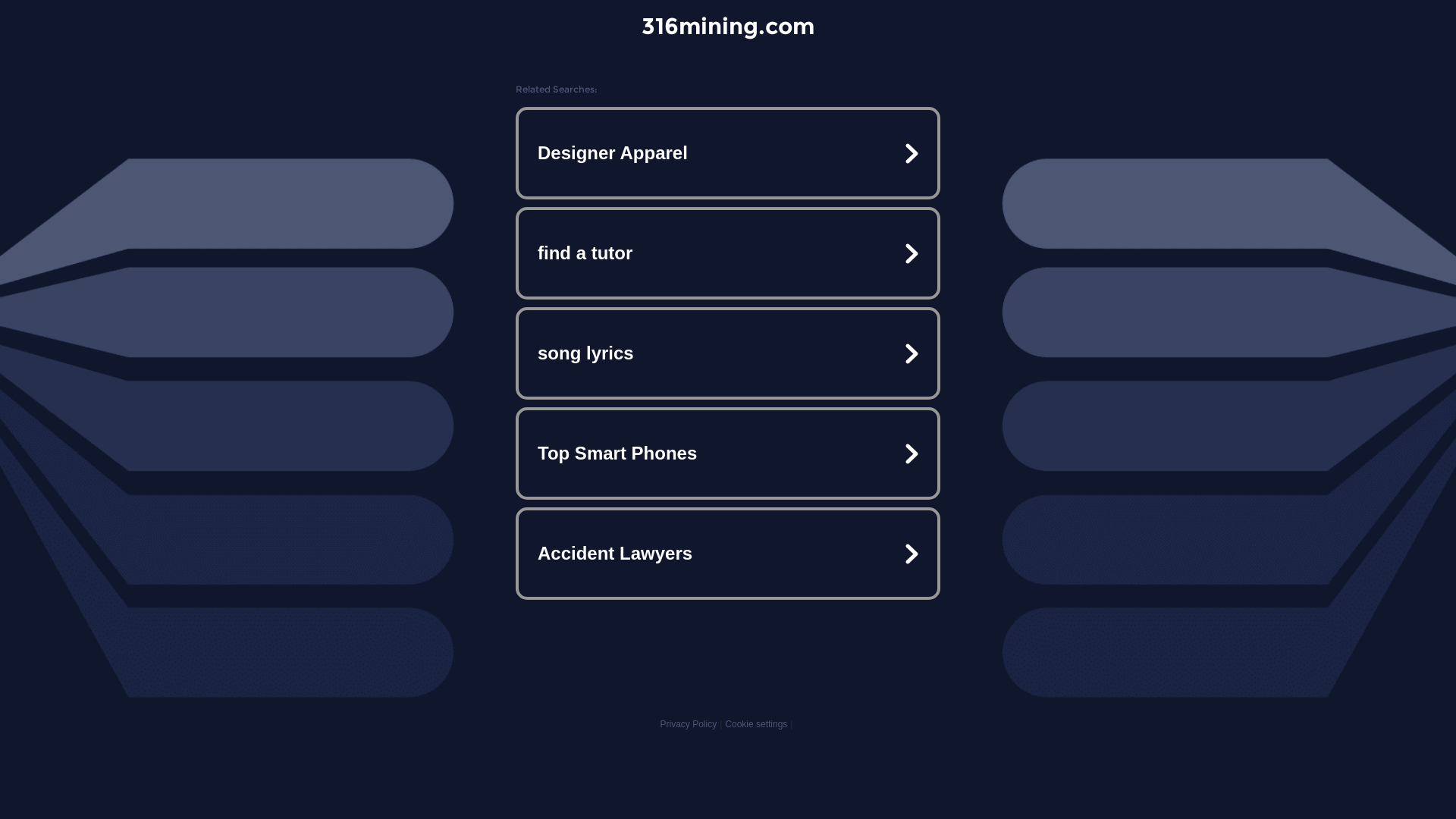  Describe the element at coordinates (756, 723) in the screenshot. I see `'Cookie settings'` at that location.